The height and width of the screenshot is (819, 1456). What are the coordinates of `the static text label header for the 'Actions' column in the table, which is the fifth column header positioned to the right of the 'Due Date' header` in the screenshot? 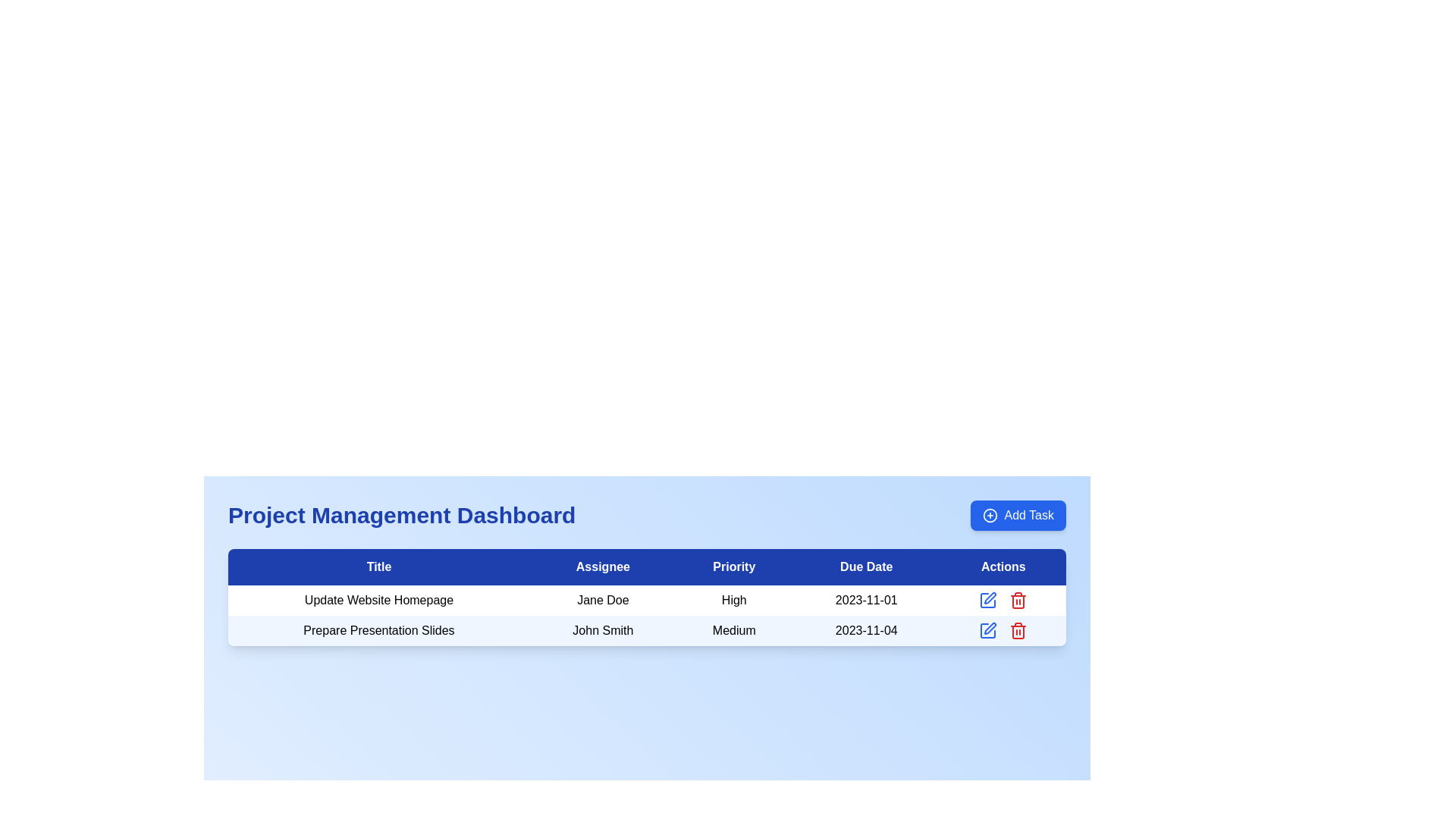 It's located at (1003, 567).